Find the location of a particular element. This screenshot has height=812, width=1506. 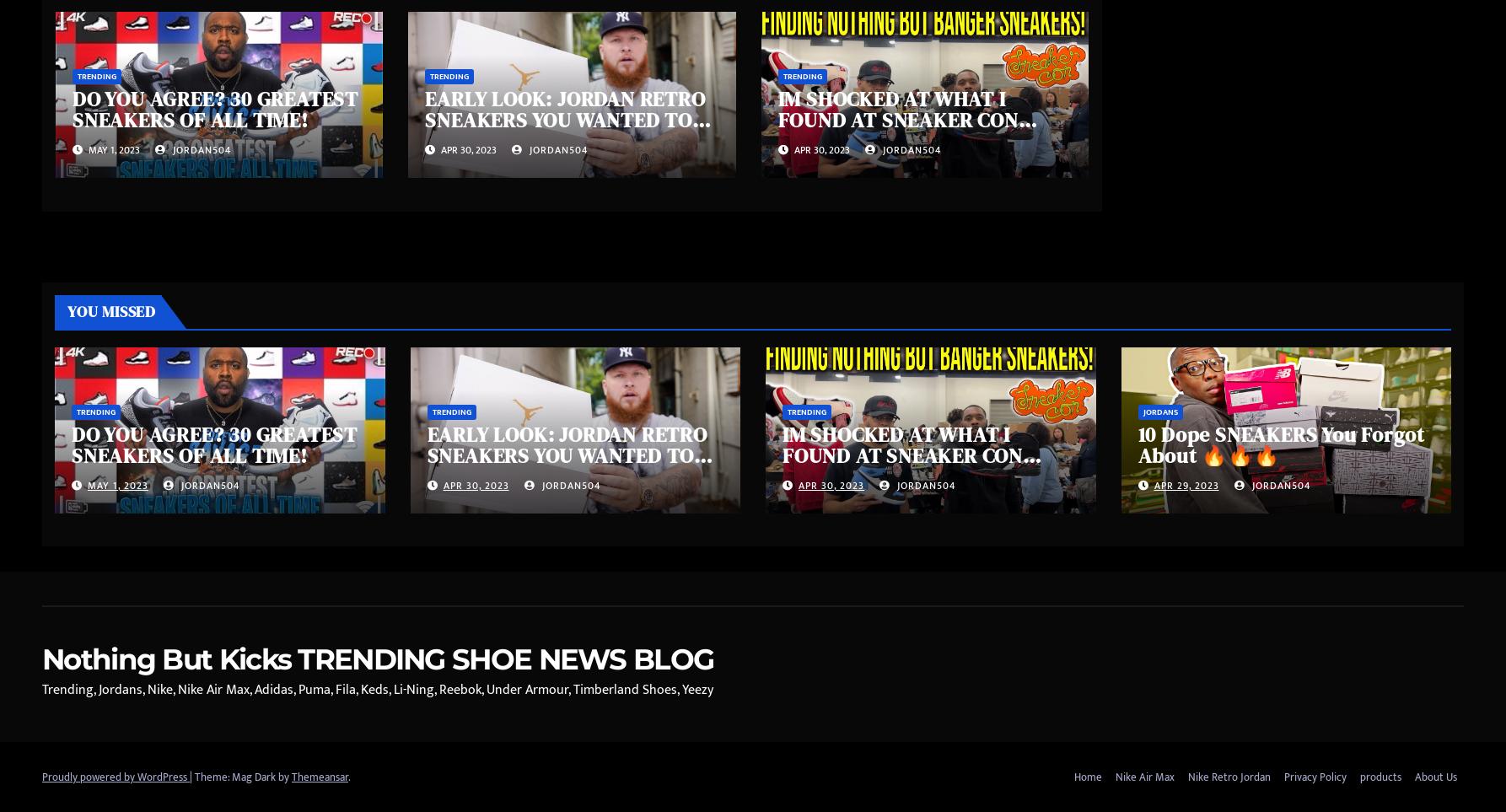

'products' is located at coordinates (1380, 777).